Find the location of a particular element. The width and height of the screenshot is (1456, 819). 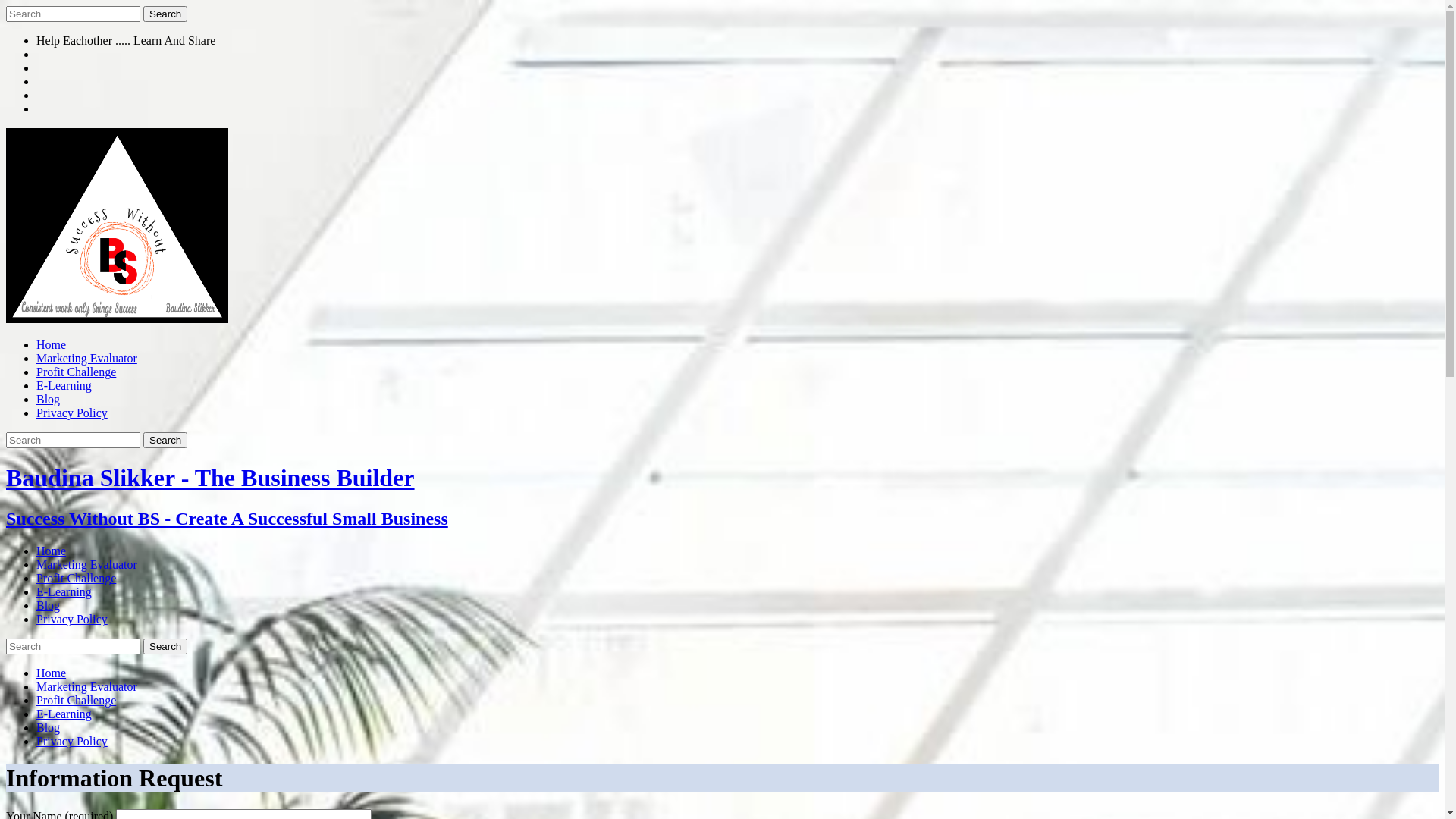

'E-Learning' is located at coordinates (63, 591).